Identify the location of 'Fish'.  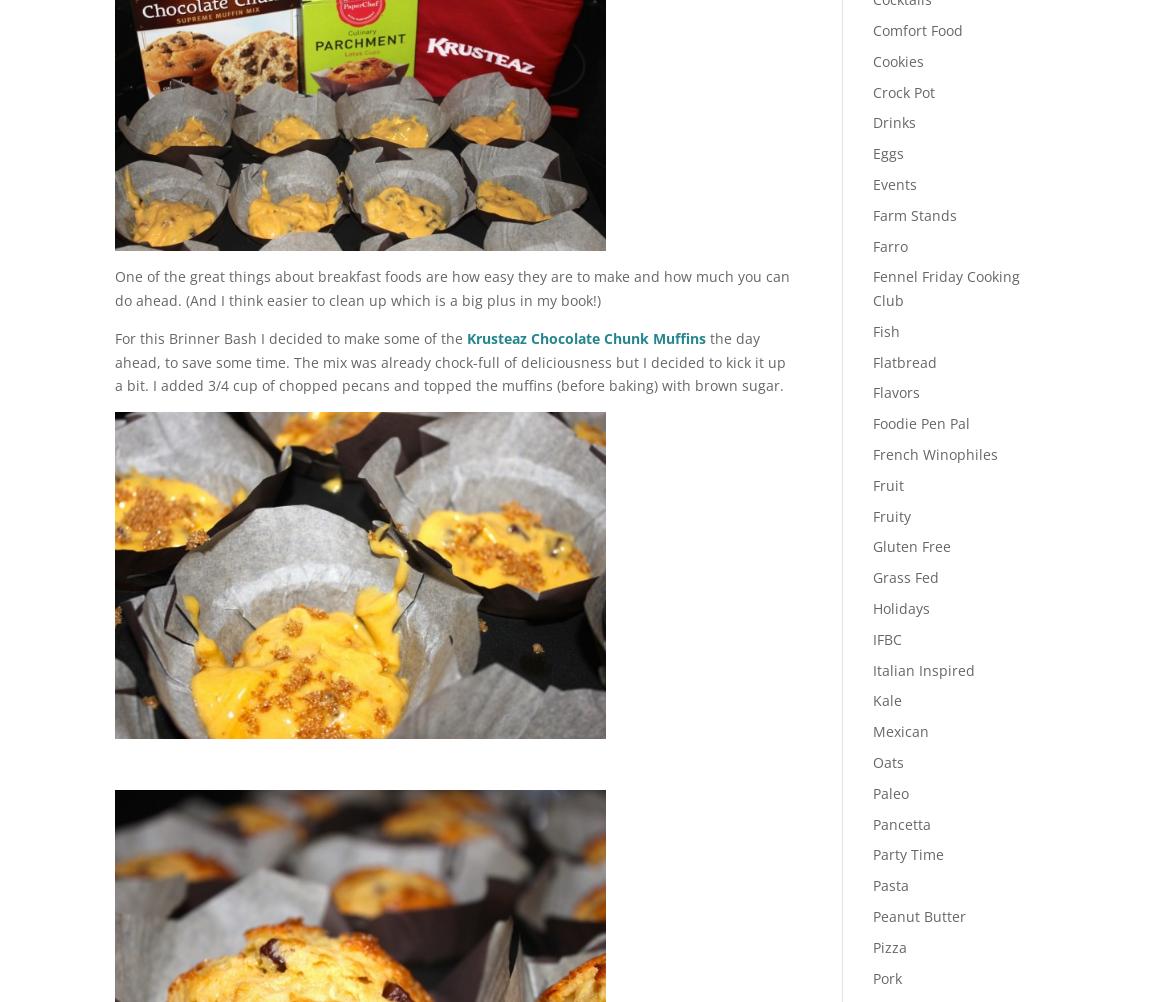
(885, 329).